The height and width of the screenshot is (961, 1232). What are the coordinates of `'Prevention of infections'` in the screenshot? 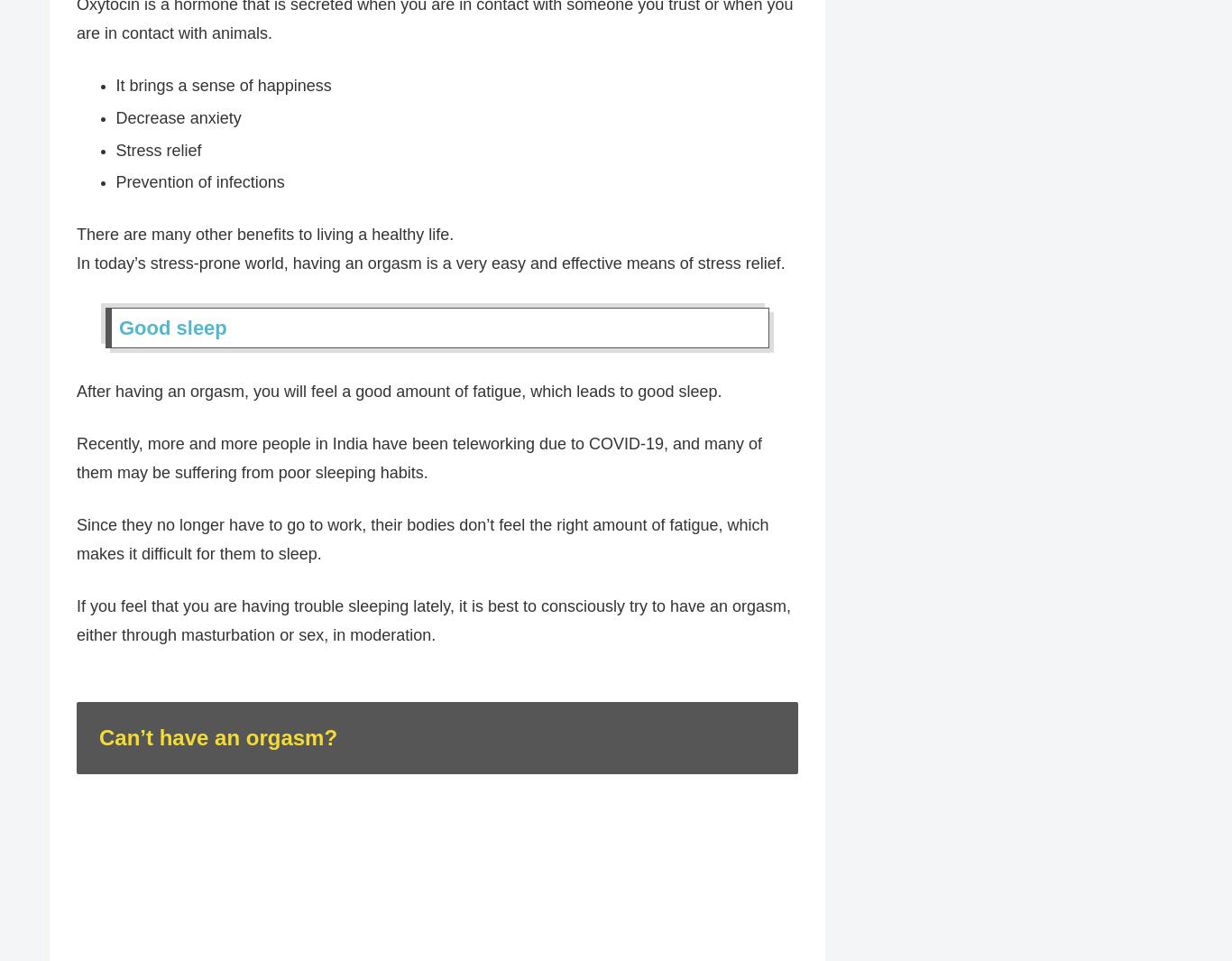 It's located at (198, 182).